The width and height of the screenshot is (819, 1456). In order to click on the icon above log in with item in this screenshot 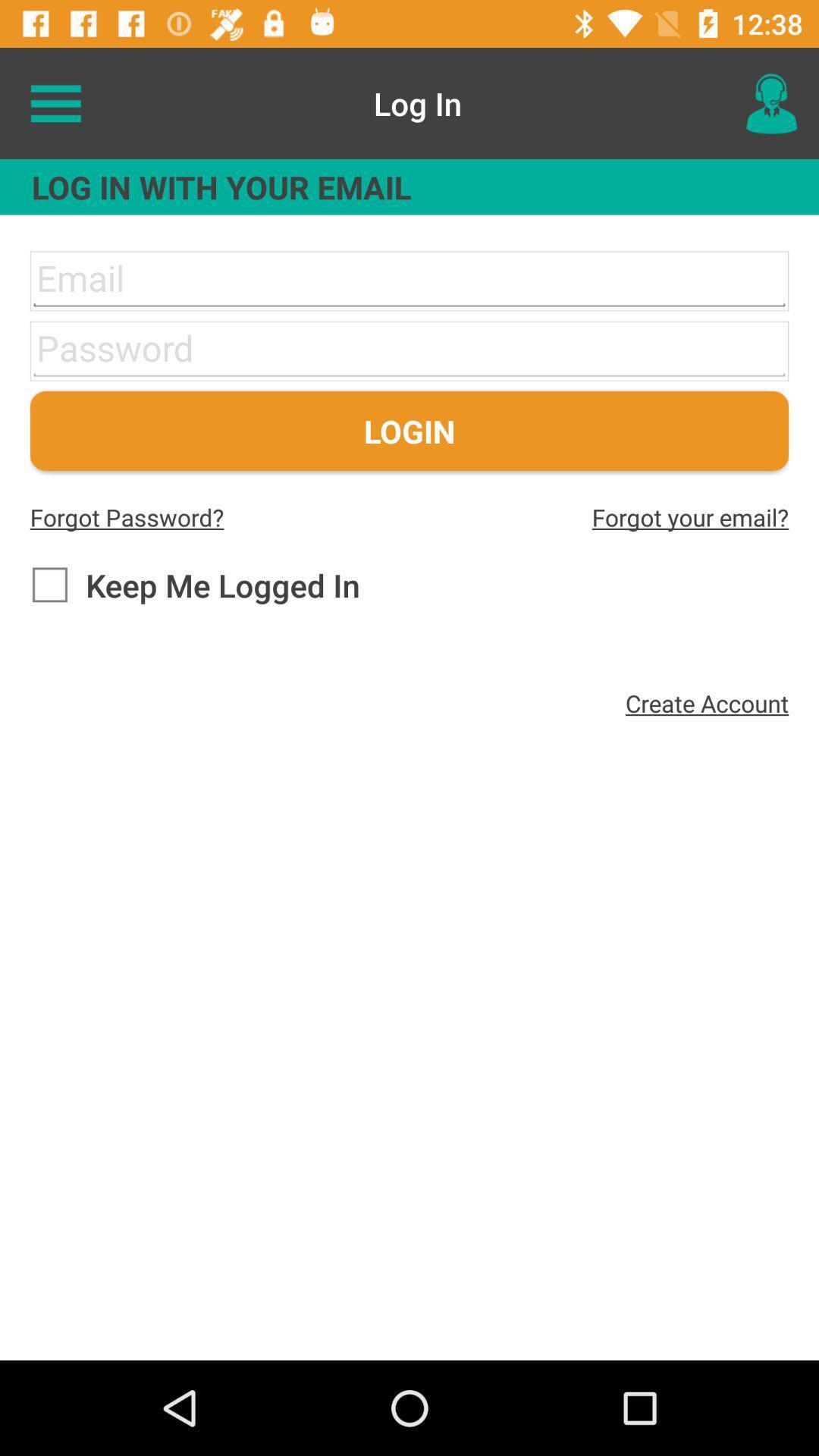, I will do `click(55, 102)`.